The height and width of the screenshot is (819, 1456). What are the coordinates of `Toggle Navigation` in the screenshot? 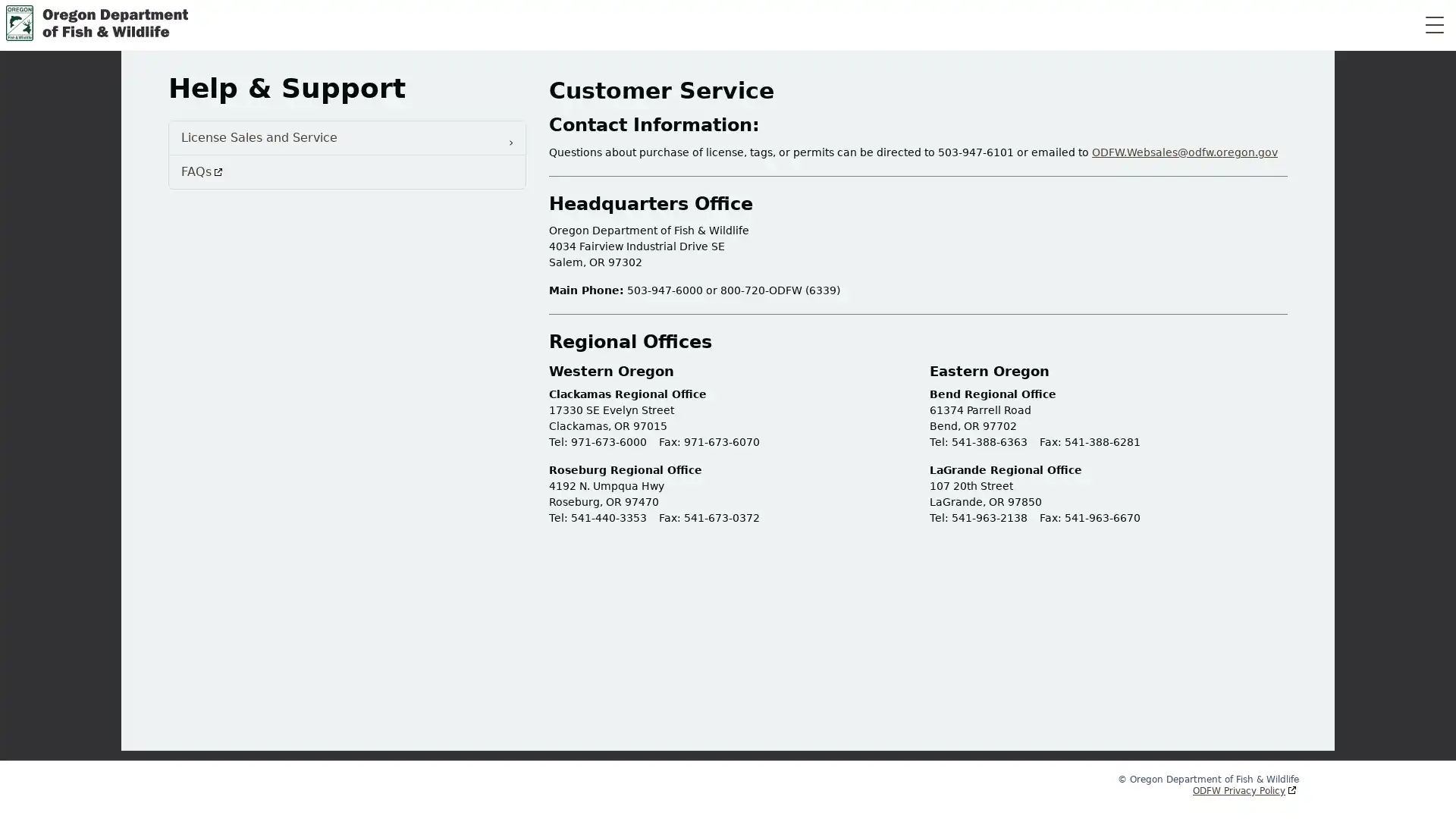 It's located at (1433, 26).